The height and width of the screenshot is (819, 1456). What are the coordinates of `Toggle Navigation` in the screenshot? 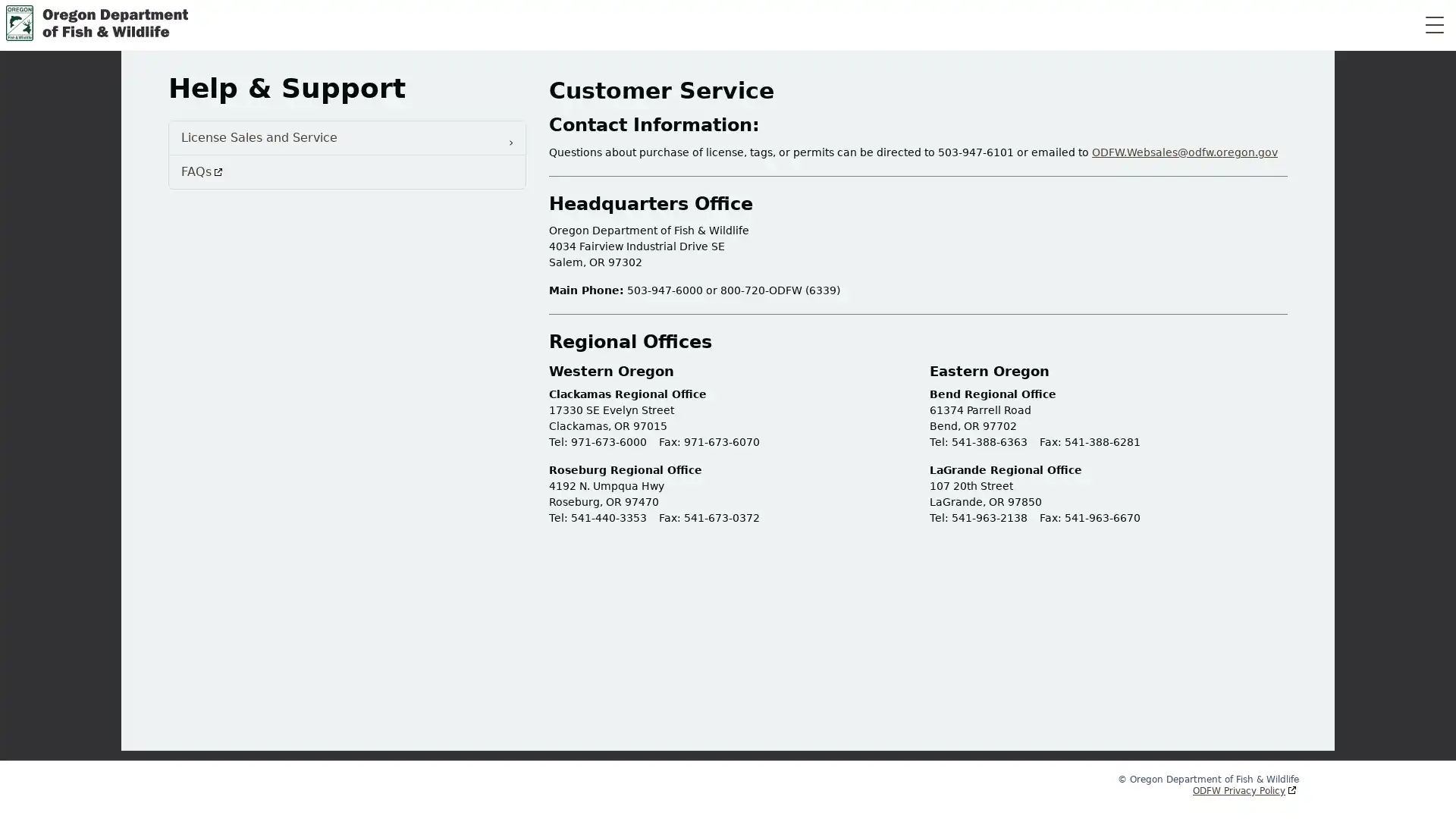 It's located at (1433, 26).